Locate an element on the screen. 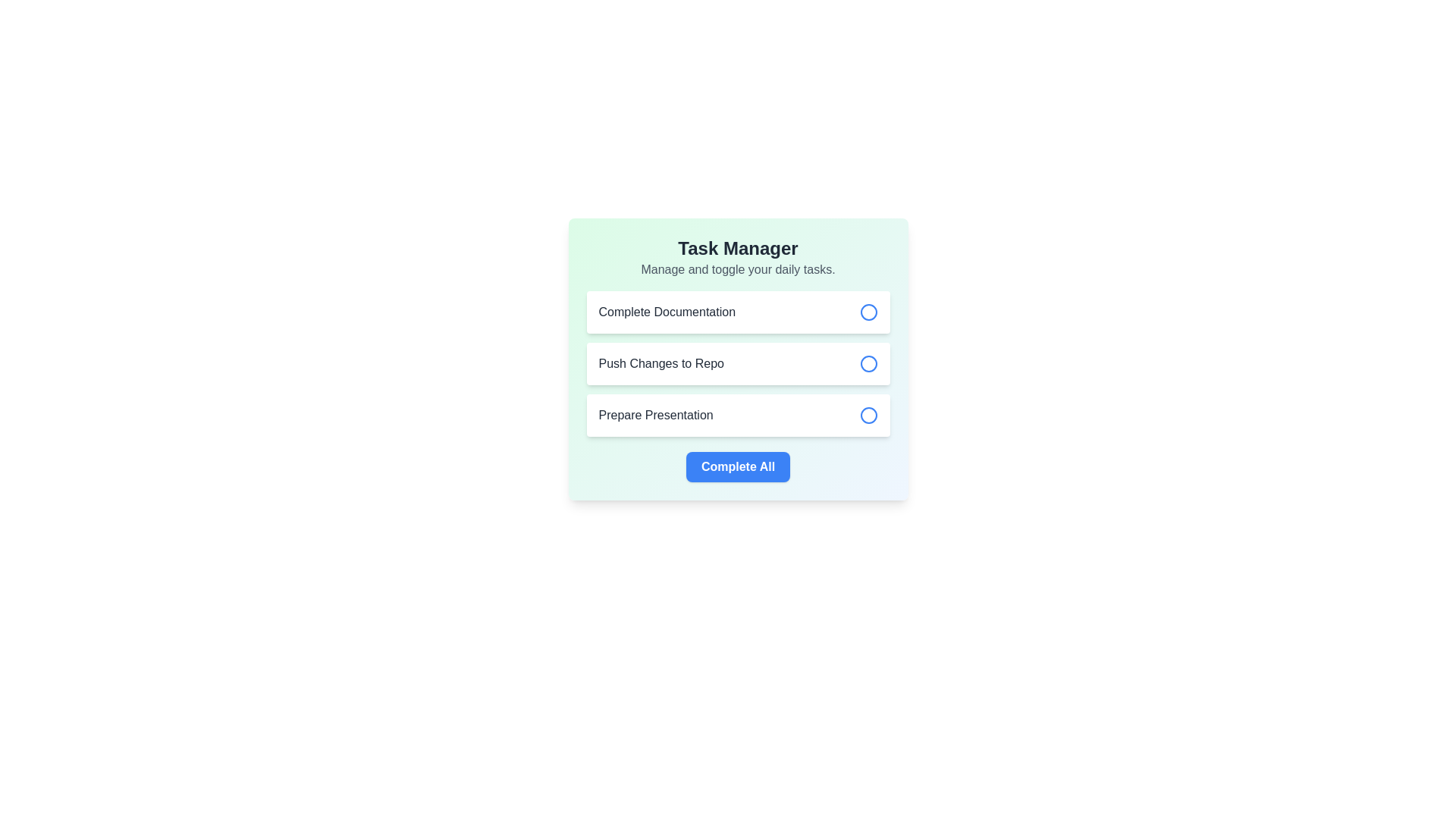 The image size is (1456, 819). the blue circular radio button located to the far right of the 'Push Changes to Repo' text in the task manager interface is located at coordinates (868, 363).